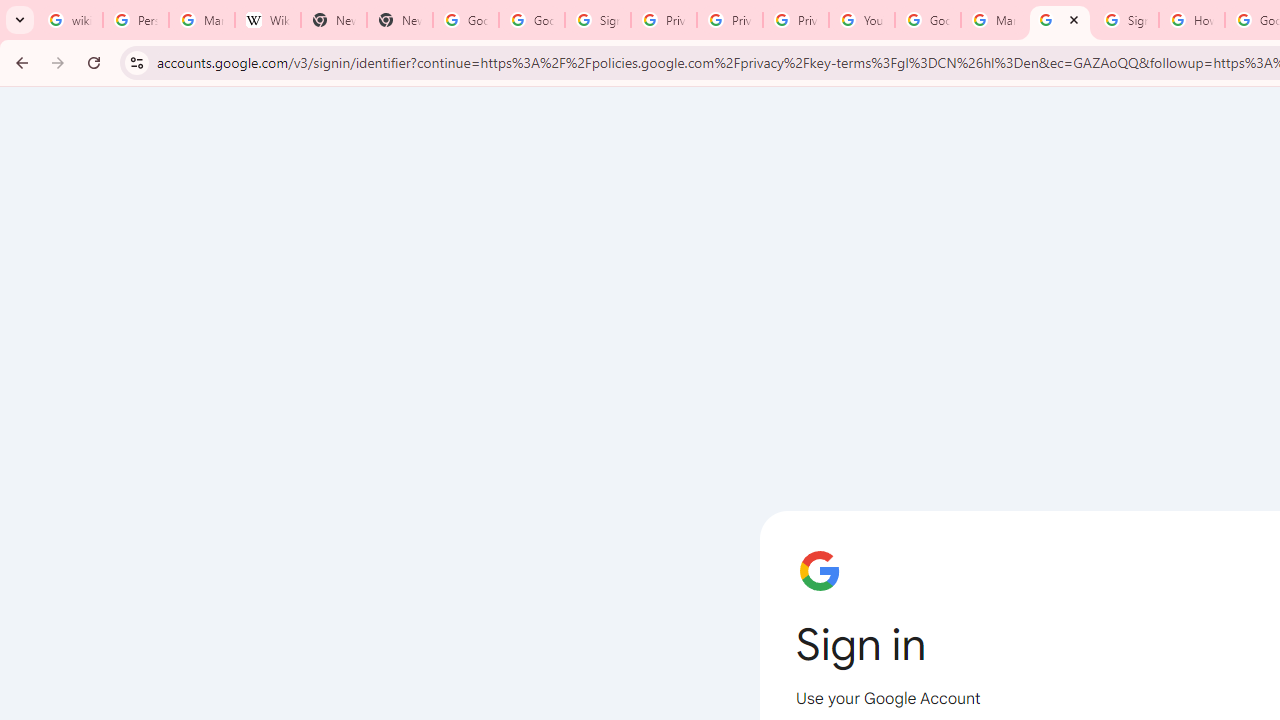 This screenshot has height=720, width=1280. What do you see at coordinates (134, 20) in the screenshot?
I see `'Personalization & Google Search results - Google Search Help'` at bounding box center [134, 20].